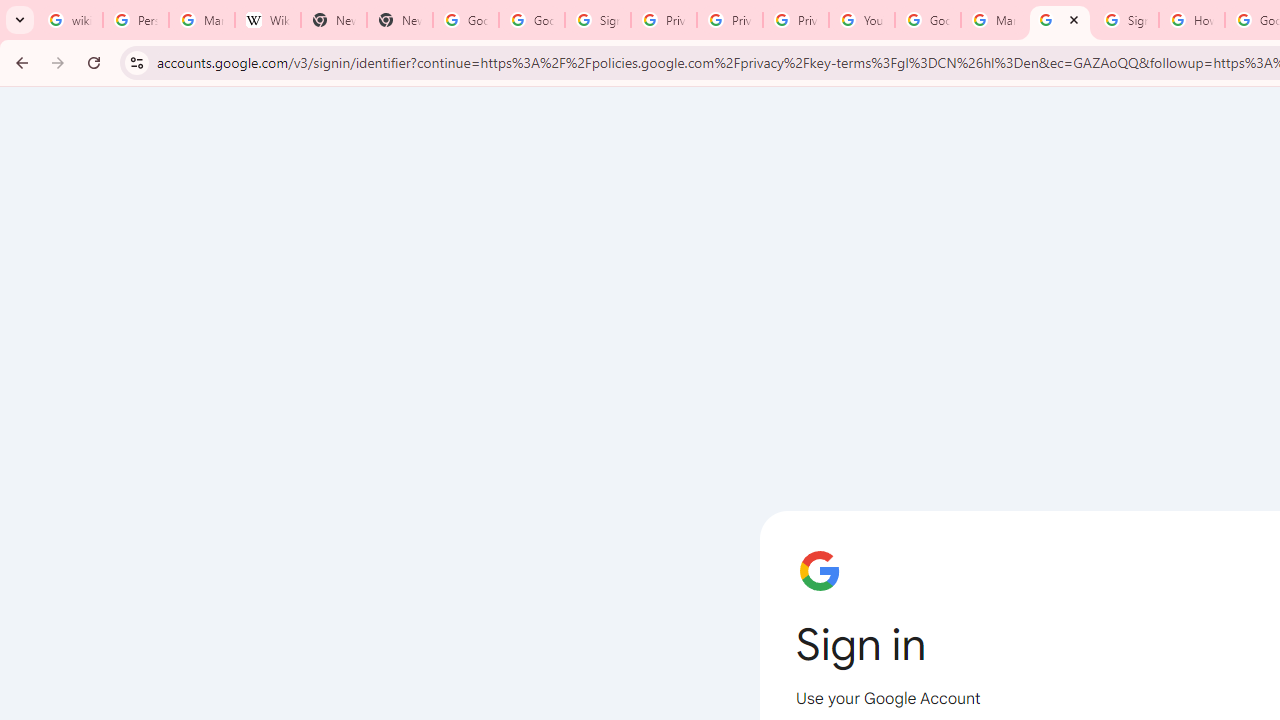 This screenshot has height=720, width=1280. What do you see at coordinates (134, 20) in the screenshot?
I see `'Personalization & Google Search results - Google Search Help'` at bounding box center [134, 20].